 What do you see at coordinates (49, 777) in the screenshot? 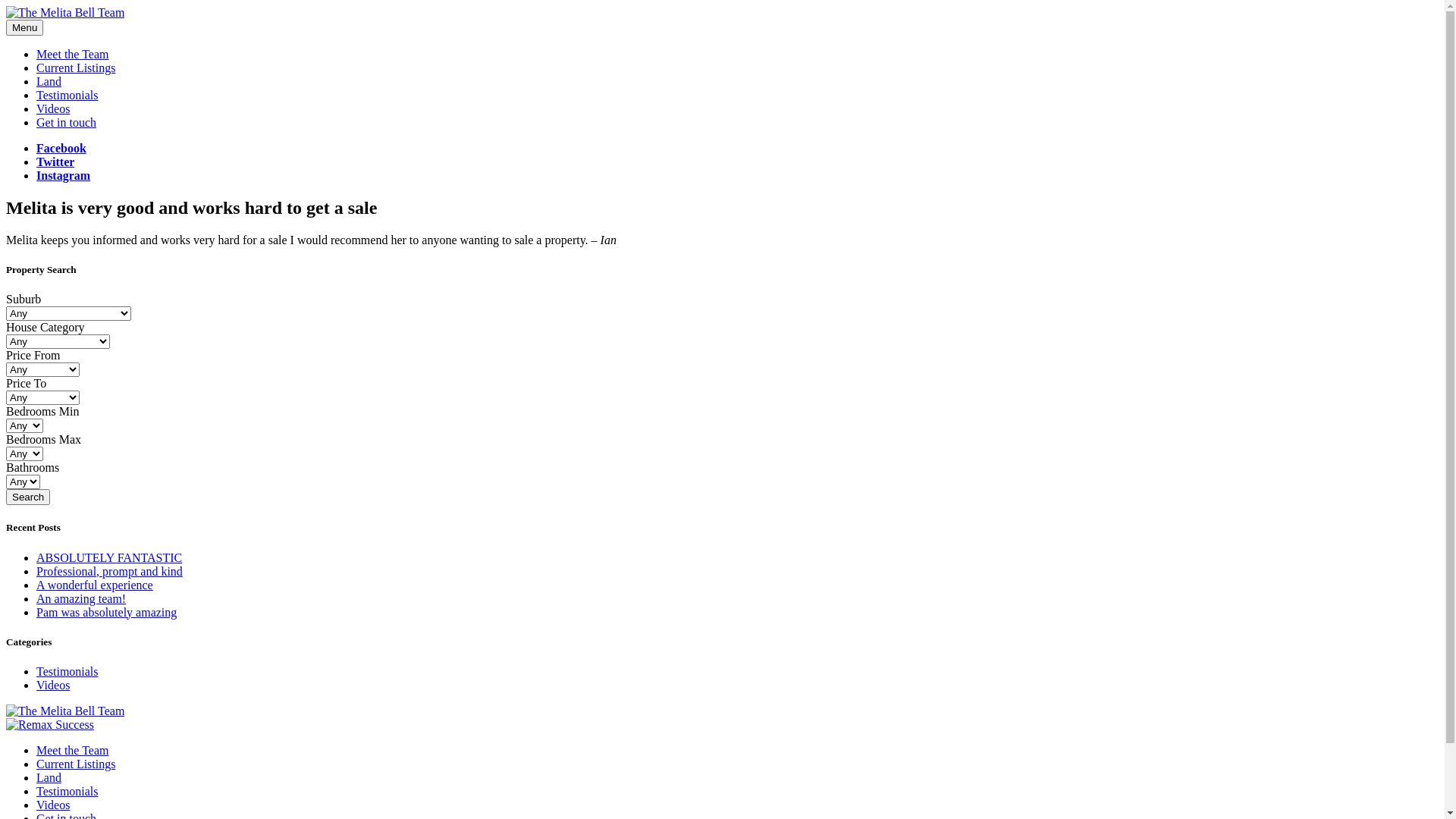
I see `'Land'` at bounding box center [49, 777].